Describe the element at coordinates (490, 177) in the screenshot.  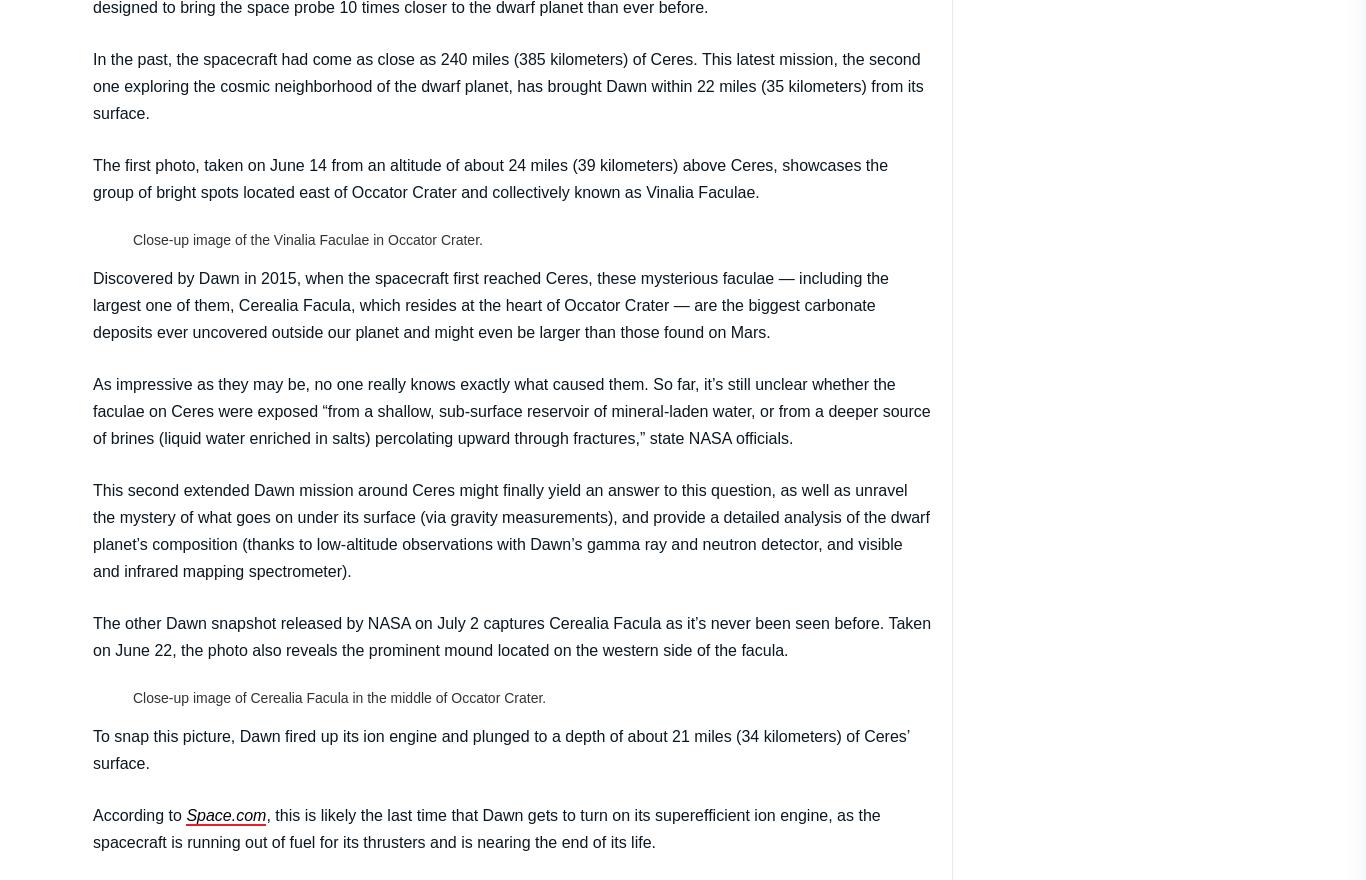
I see `'The first photo, taken on June 14 from an altitude of about 24 miles (39 kilometers) above Ceres, showcases the group of bright spots located east of Occator Crater and collectively known as Vinalia Faculae.'` at that location.